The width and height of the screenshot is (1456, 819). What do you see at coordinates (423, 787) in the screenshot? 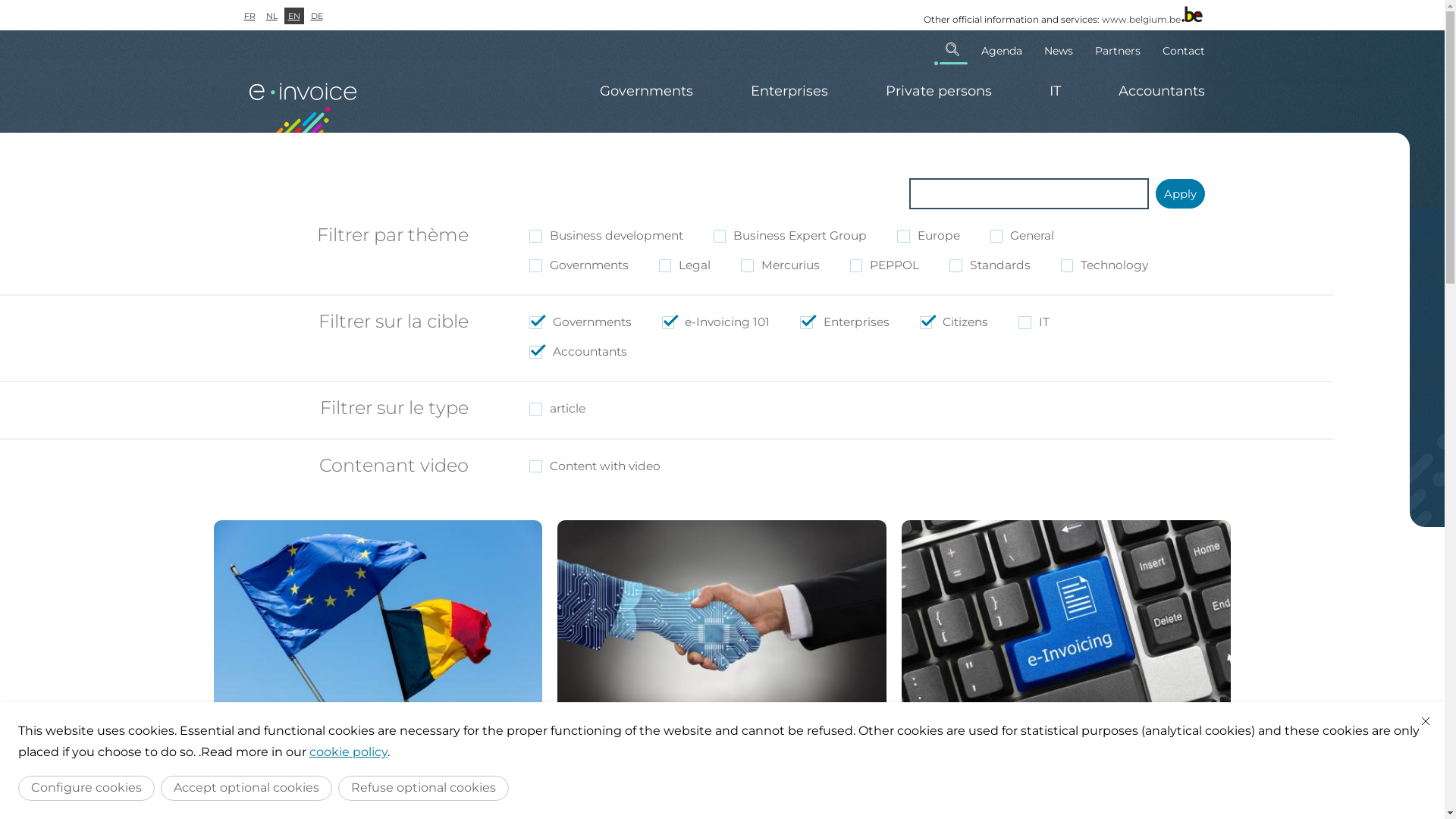
I see `'Refuse optional cookies'` at bounding box center [423, 787].